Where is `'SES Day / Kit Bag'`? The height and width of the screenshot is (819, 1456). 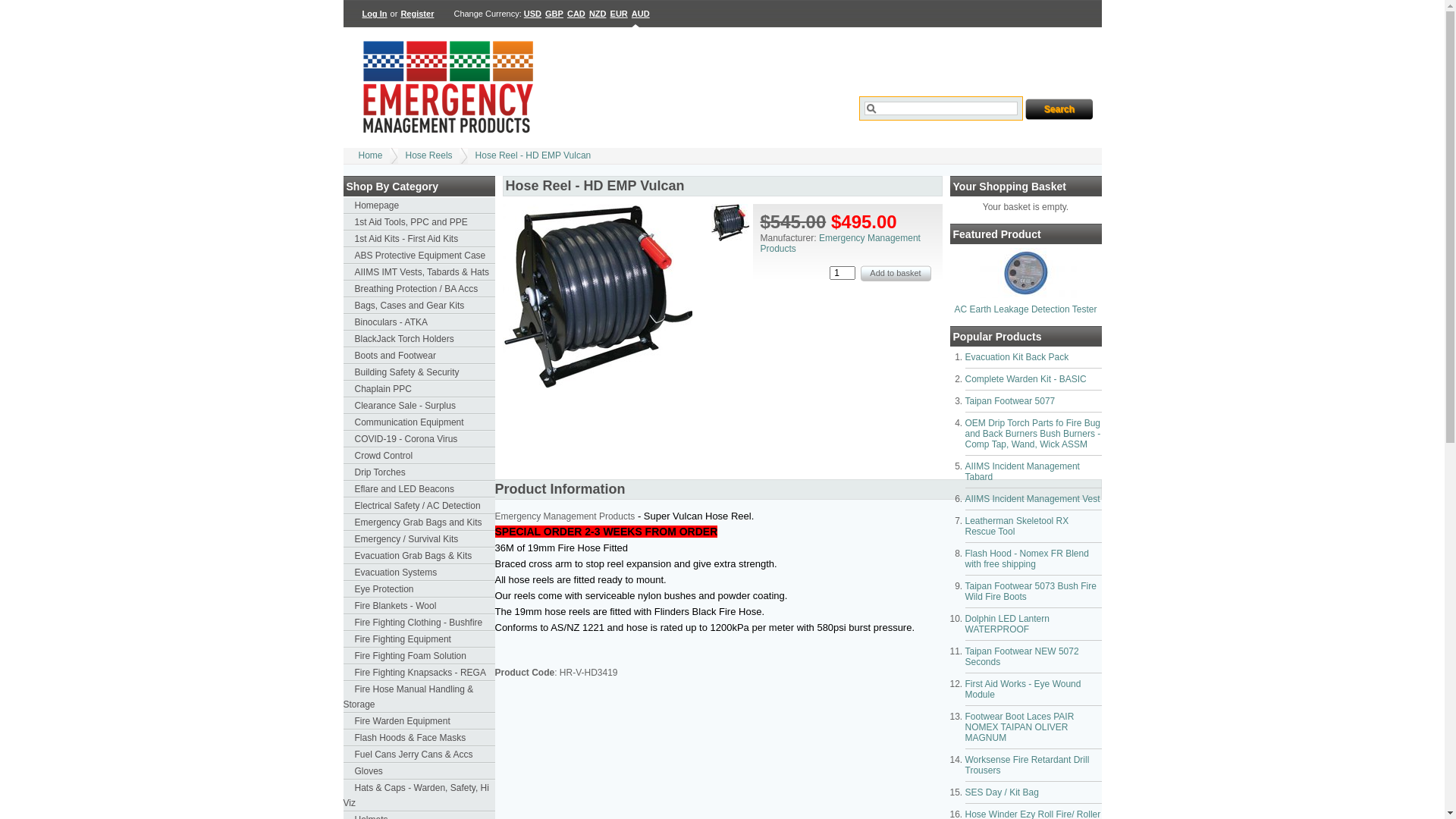
'SES Day / Kit Bag' is located at coordinates (1001, 792).